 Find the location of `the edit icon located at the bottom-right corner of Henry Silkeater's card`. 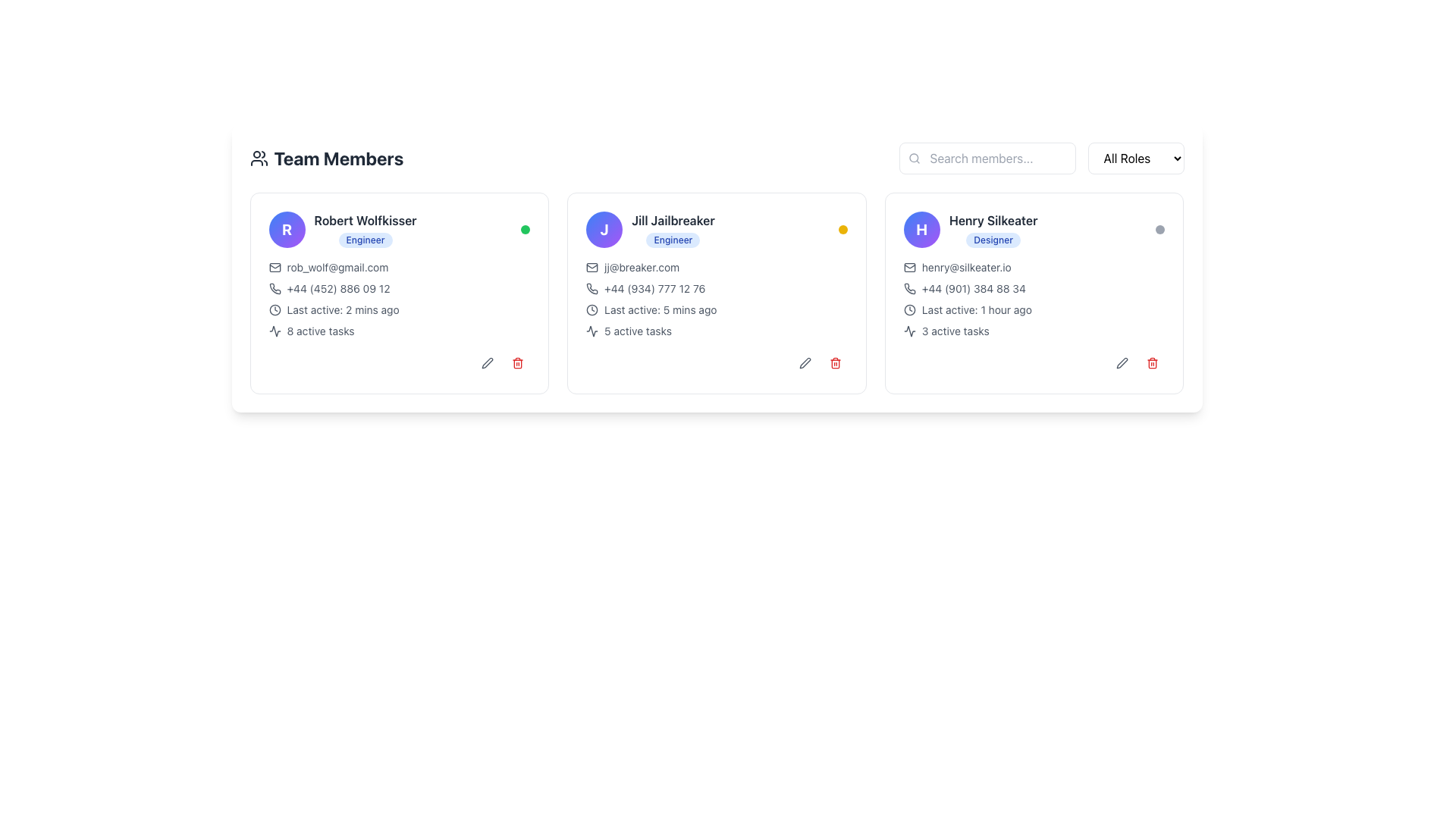

the edit icon located at the bottom-right corner of Henry Silkeater's card is located at coordinates (804, 362).